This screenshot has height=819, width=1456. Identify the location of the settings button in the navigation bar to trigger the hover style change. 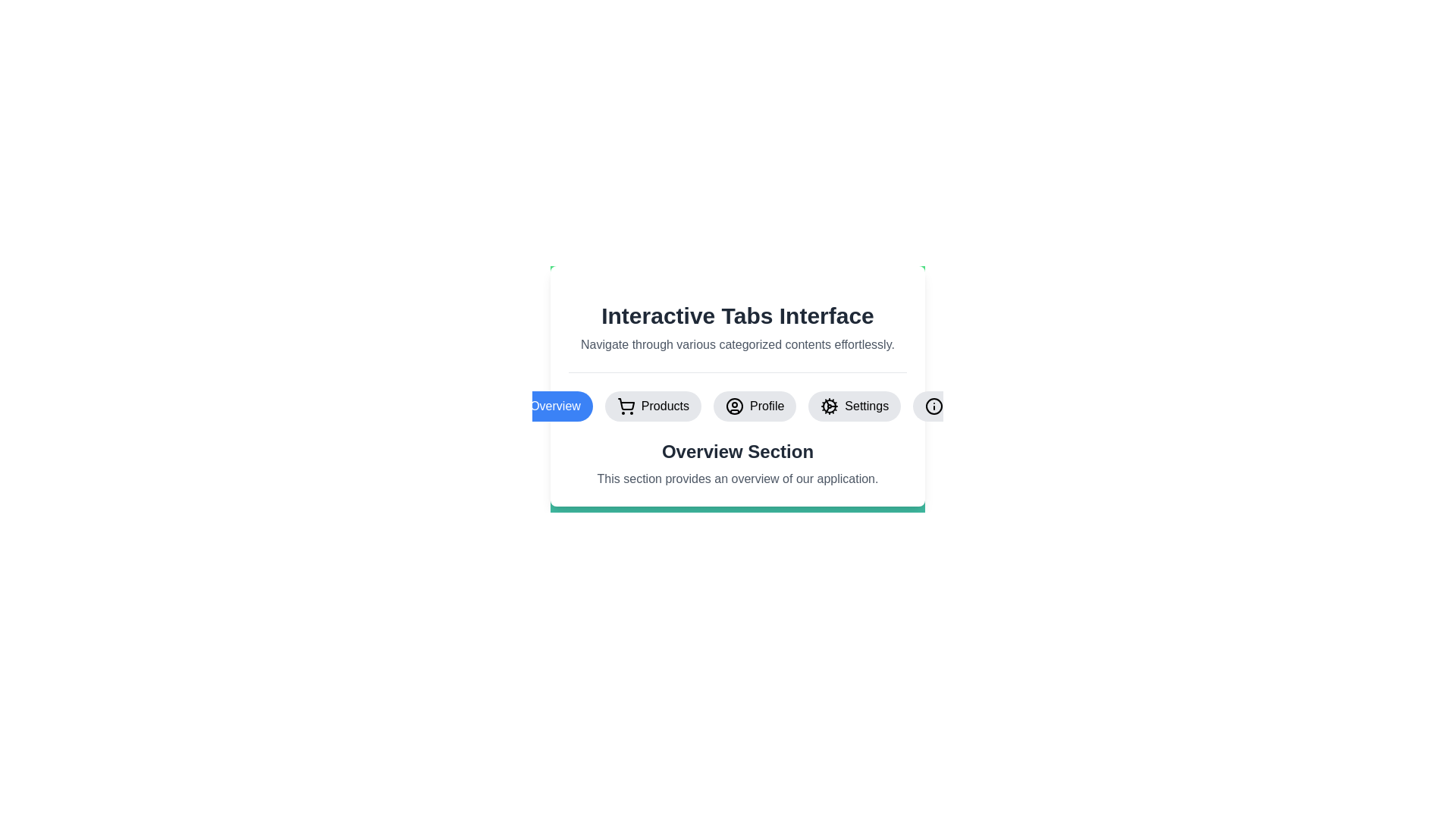
(855, 406).